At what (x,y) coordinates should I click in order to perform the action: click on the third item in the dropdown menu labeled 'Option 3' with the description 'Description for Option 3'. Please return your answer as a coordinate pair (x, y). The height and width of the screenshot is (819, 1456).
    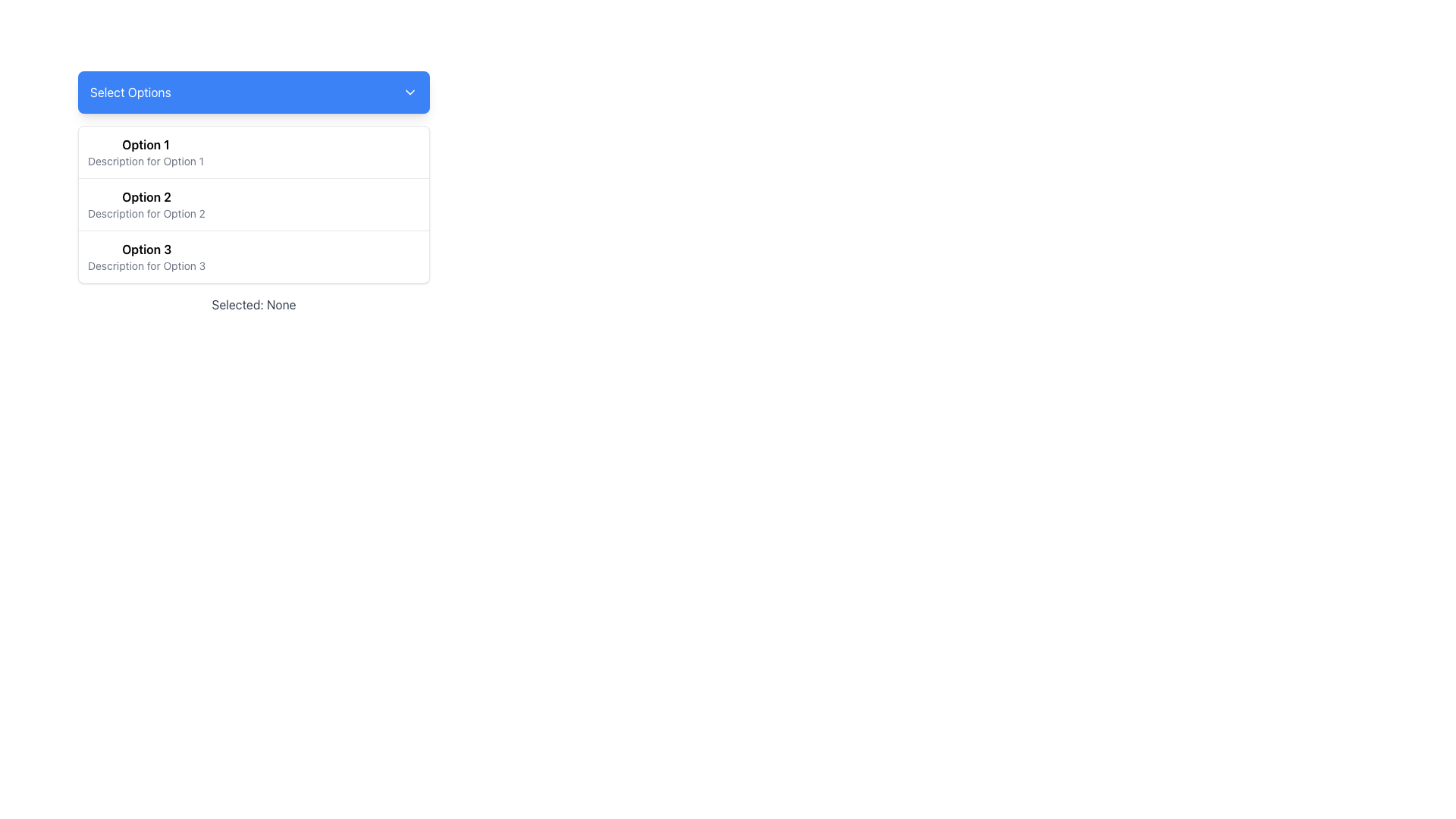
    Looking at the image, I should click on (254, 256).